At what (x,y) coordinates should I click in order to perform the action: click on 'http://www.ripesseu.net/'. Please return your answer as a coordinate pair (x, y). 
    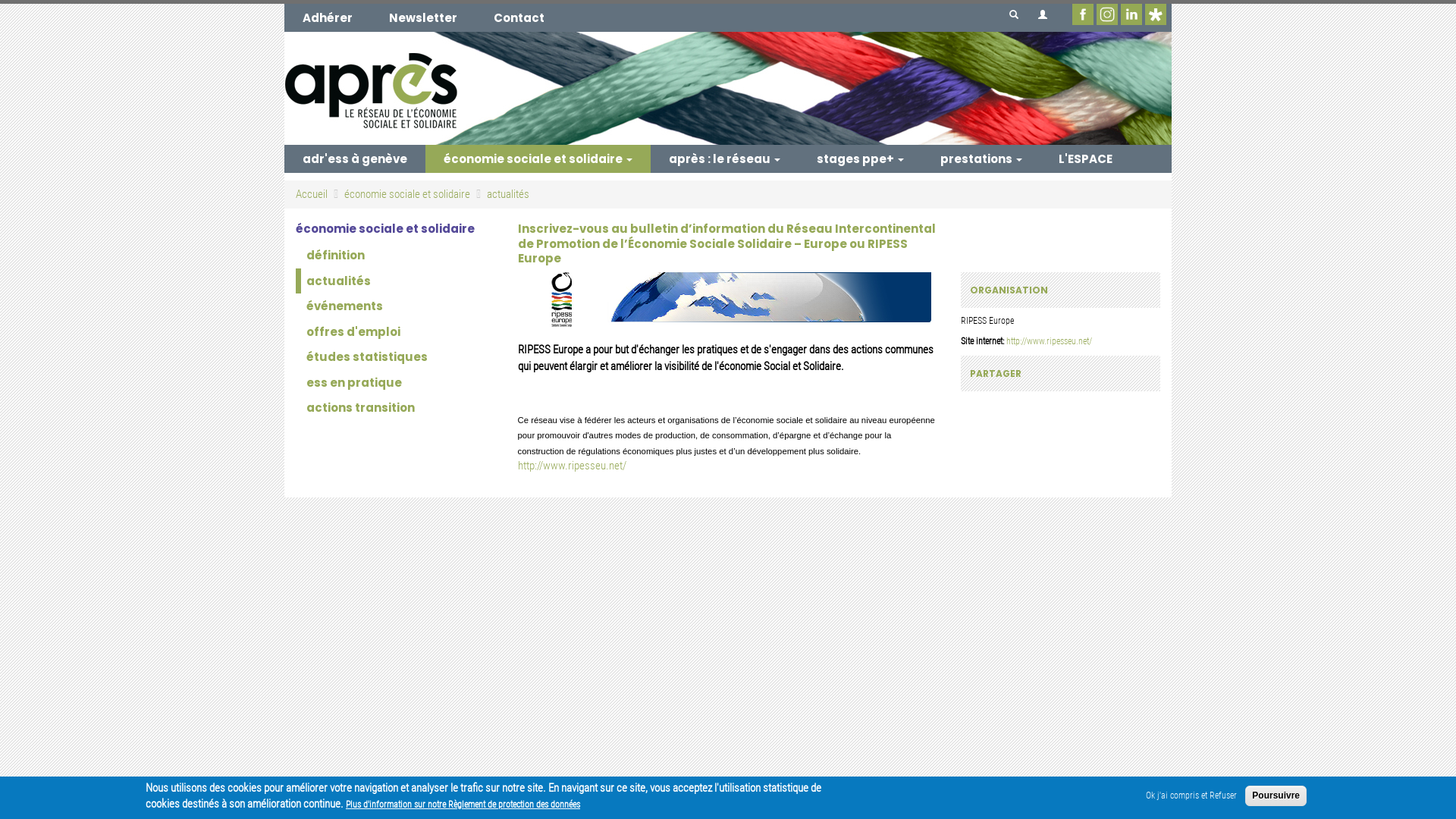
    Looking at the image, I should click on (516, 464).